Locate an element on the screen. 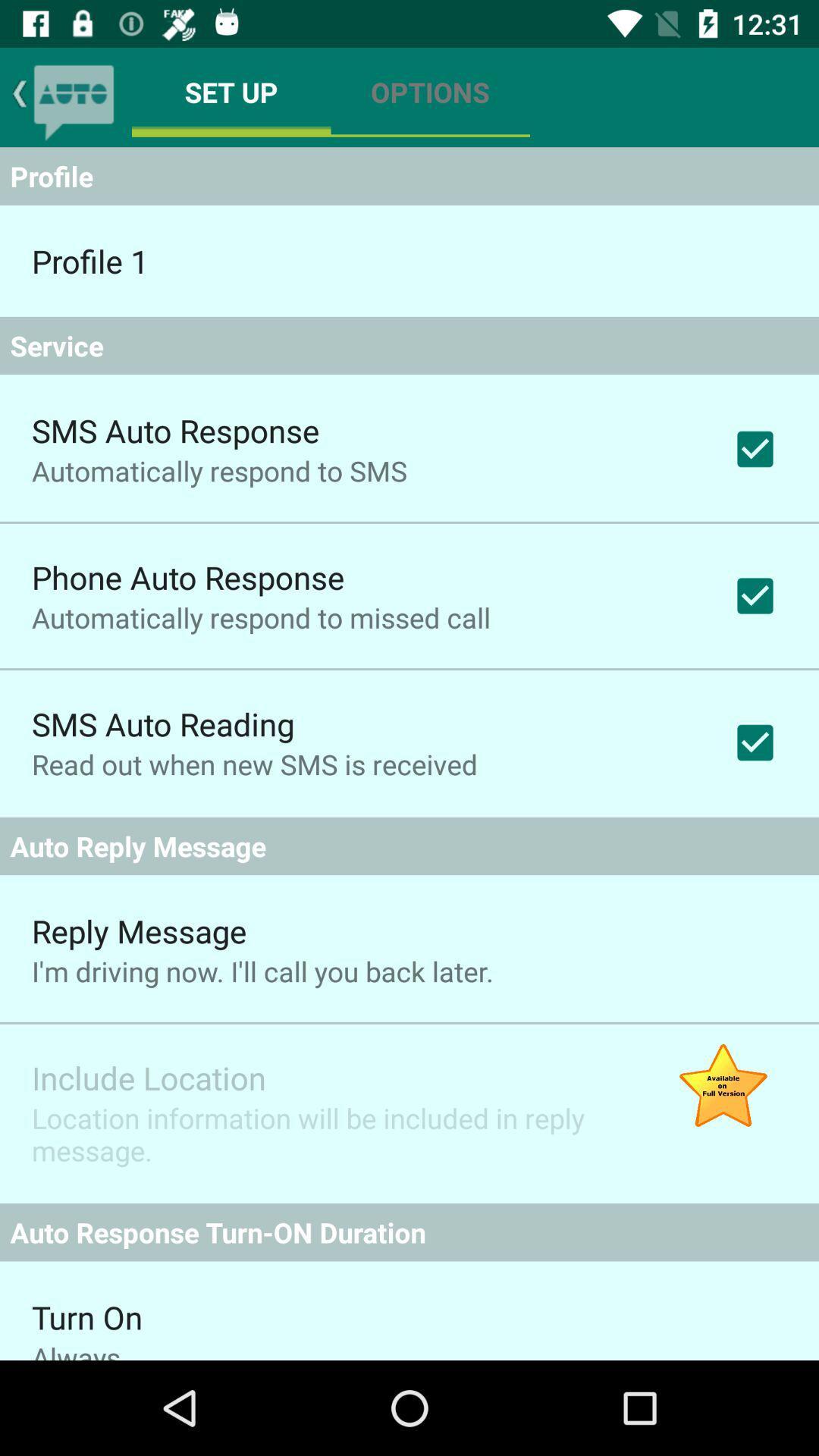 Image resolution: width=819 pixels, height=1456 pixels. the icon below reply message is located at coordinates (262, 971).